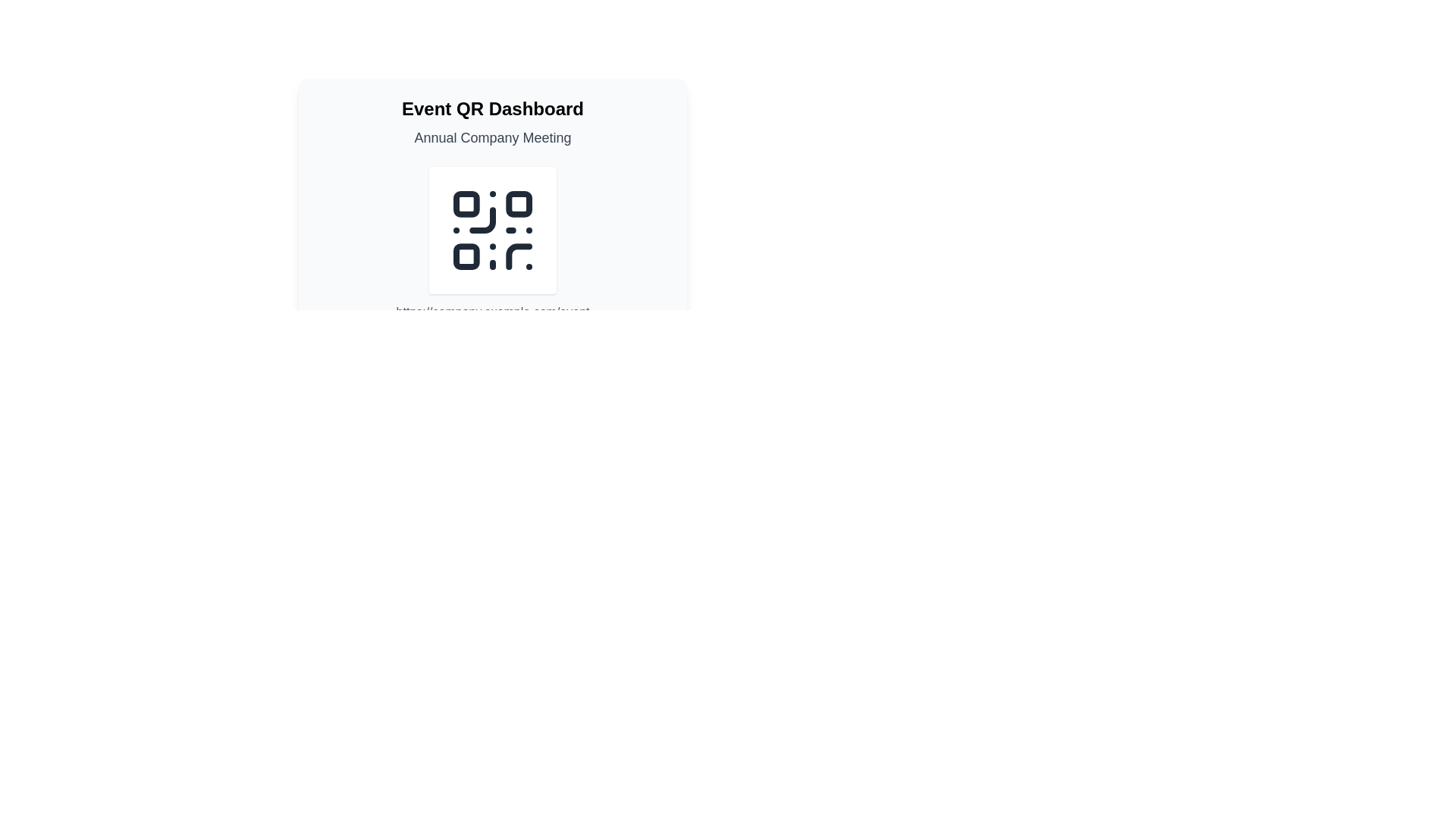 The height and width of the screenshot is (819, 1456). Describe the element at coordinates (492, 312) in the screenshot. I see `the text displaying the URL 'https://company.example.com/event', which is centrally positioned beneath the QR code image` at that location.